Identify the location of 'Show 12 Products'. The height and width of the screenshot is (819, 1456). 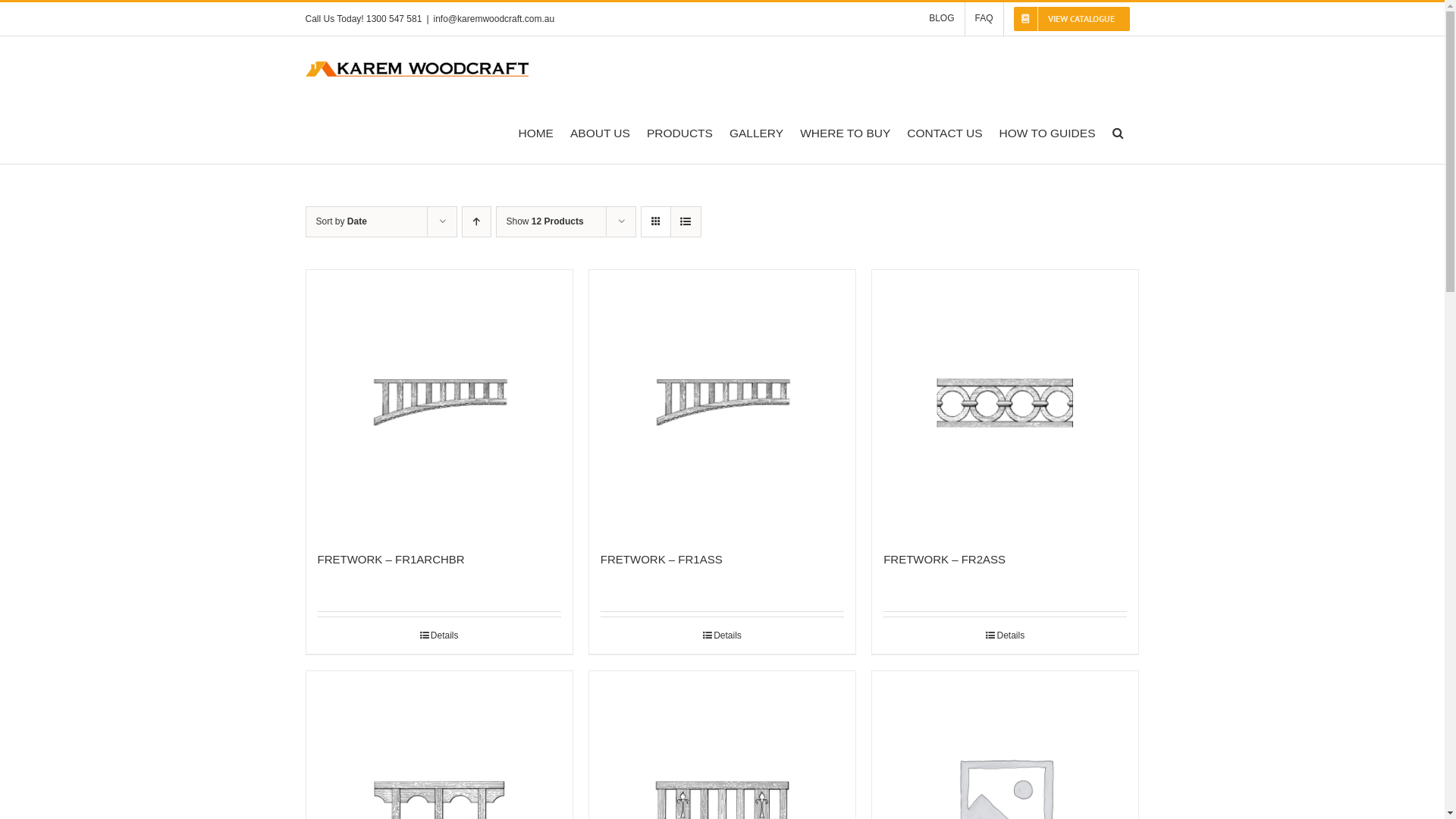
(545, 221).